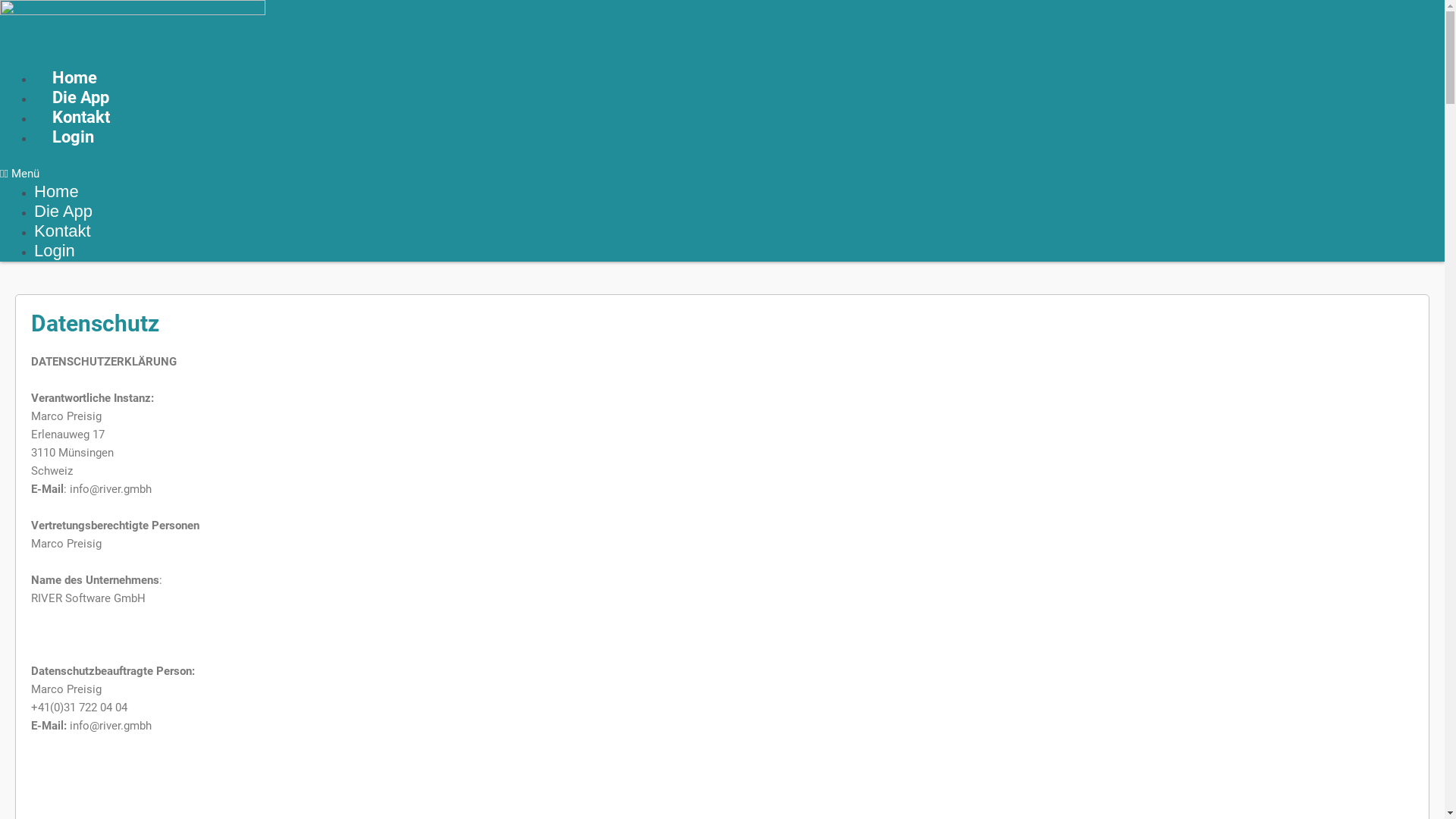 The image size is (1456, 819). What do you see at coordinates (61, 231) in the screenshot?
I see `'Kontakt'` at bounding box center [61, 231].